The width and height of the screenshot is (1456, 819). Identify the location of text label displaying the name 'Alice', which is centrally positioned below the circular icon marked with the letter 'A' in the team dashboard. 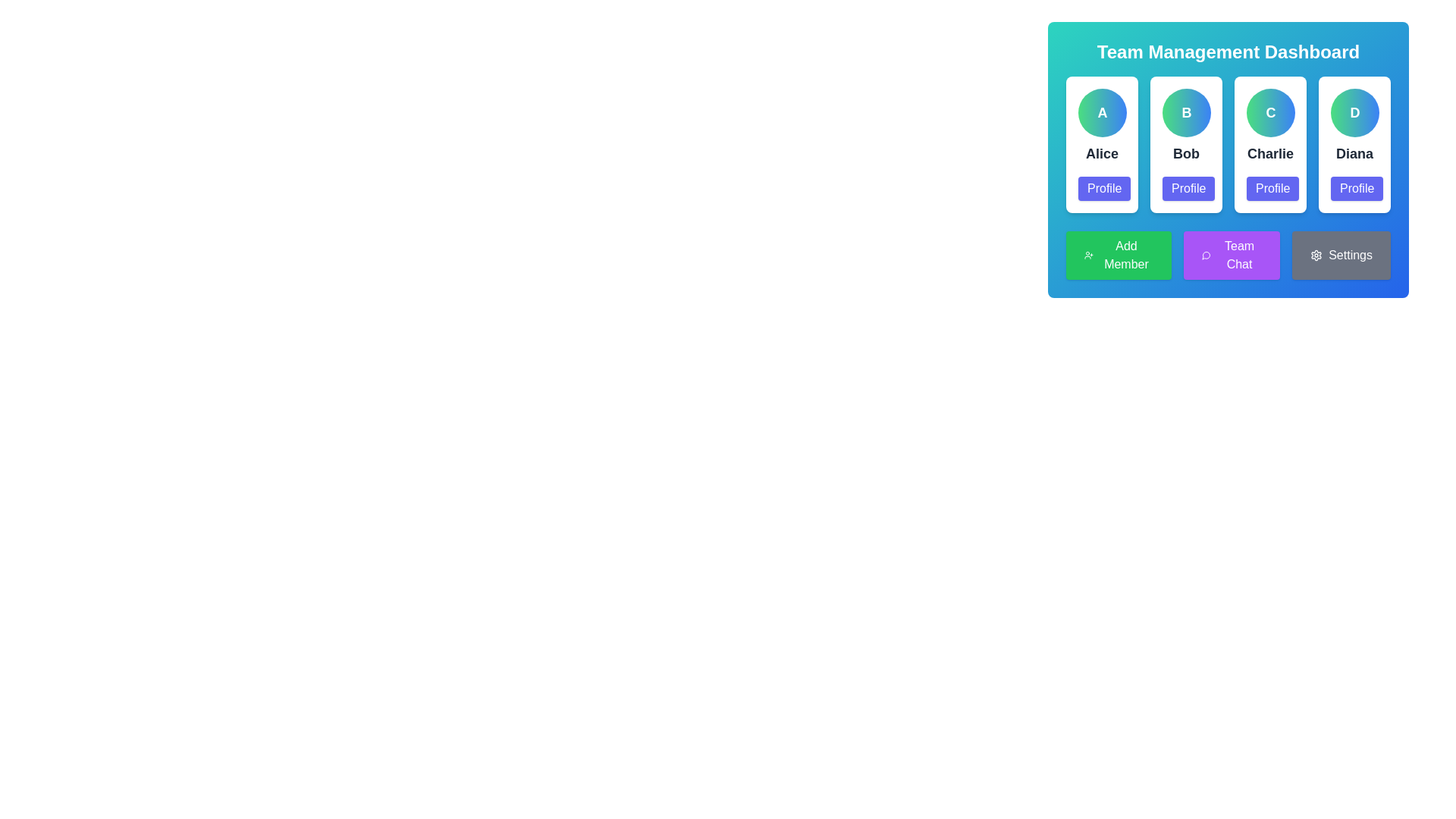
(1102, 154).